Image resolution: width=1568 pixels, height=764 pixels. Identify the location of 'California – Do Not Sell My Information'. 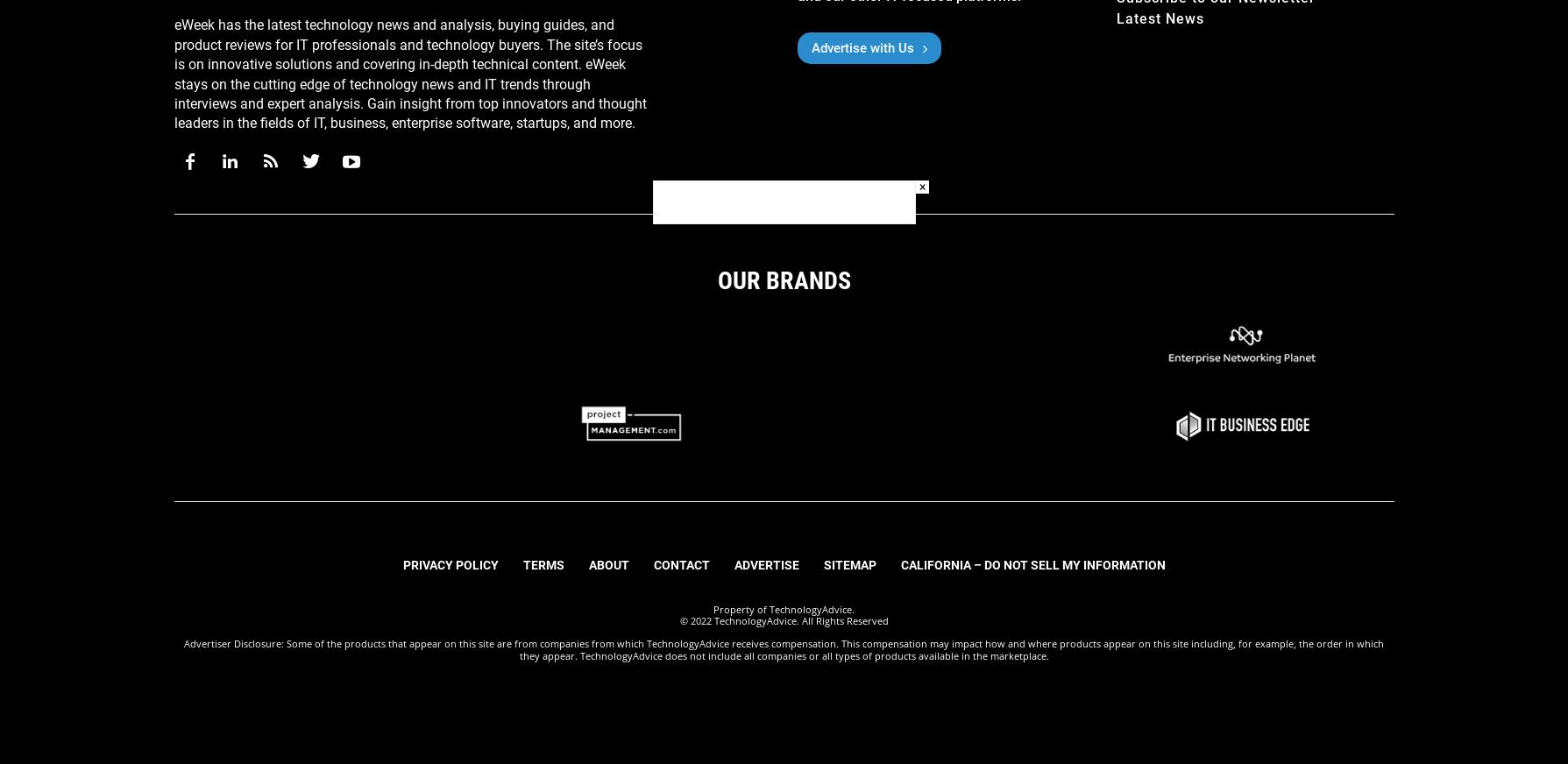
(1032, 563).